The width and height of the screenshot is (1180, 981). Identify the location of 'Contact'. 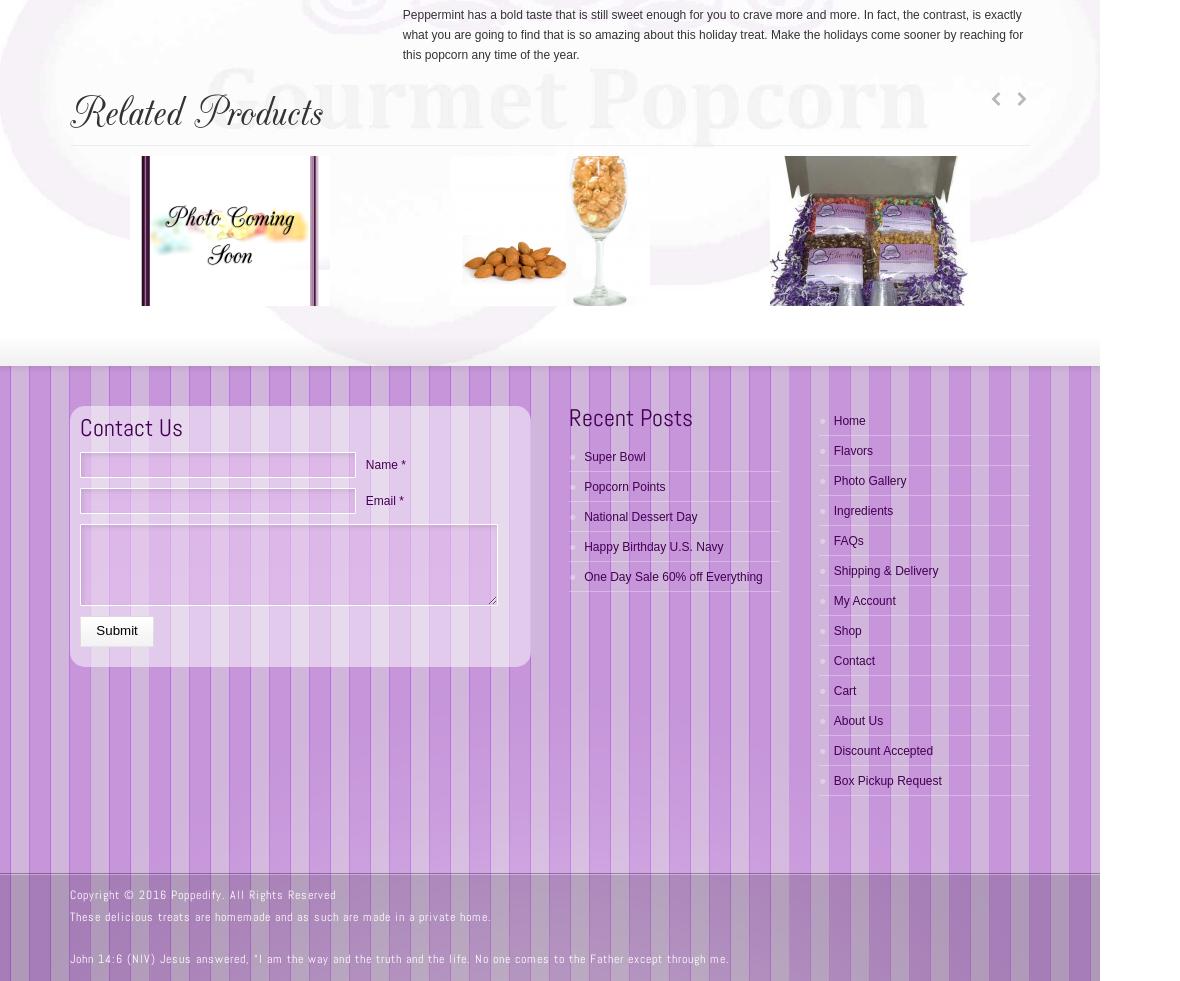
(853, 660).